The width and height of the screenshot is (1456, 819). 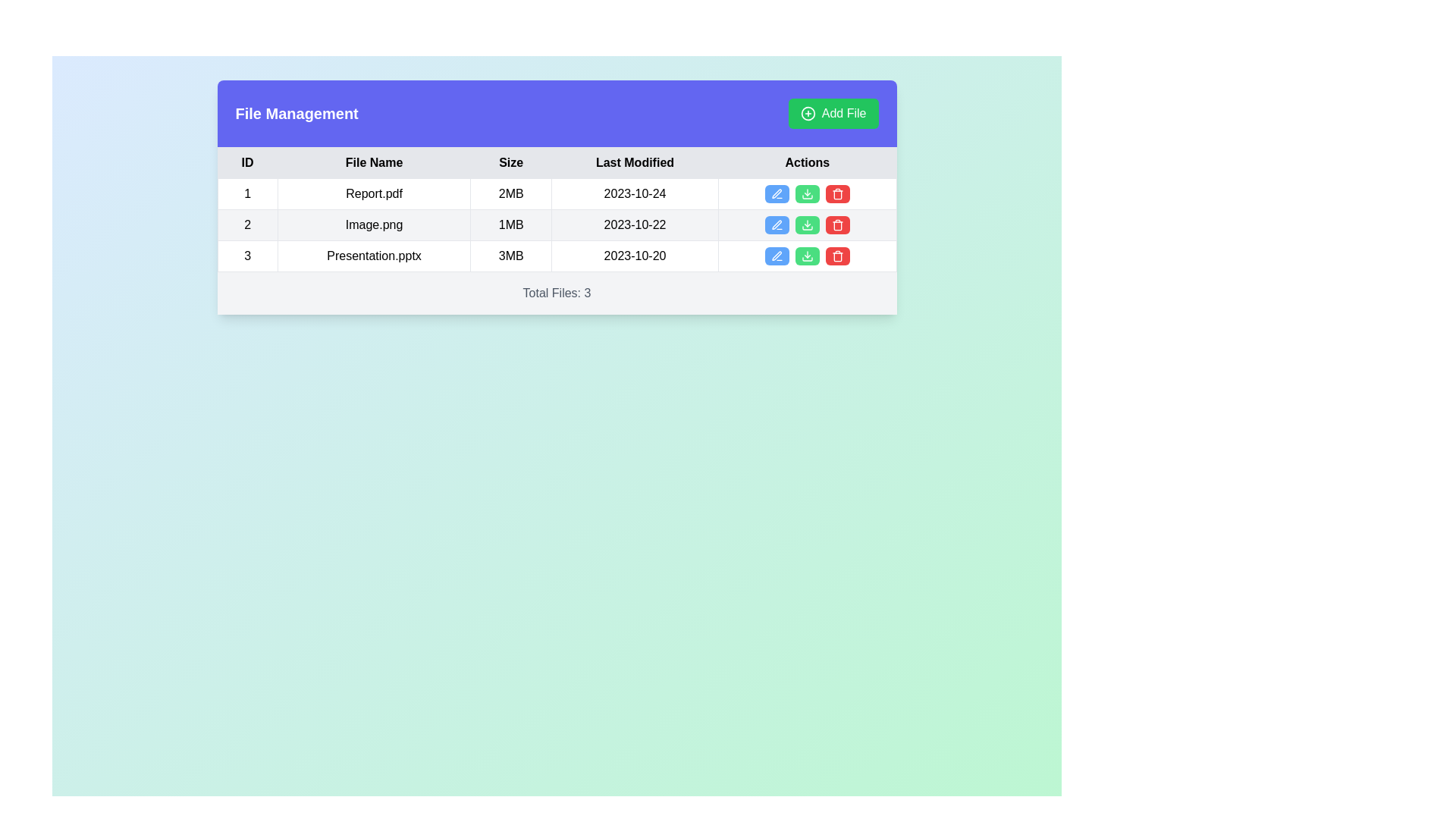 I want to click on the table cell containing the text '2', which is located in the first column labeled 'ID' and is the second row below the header row, so click(x=247, y=225).